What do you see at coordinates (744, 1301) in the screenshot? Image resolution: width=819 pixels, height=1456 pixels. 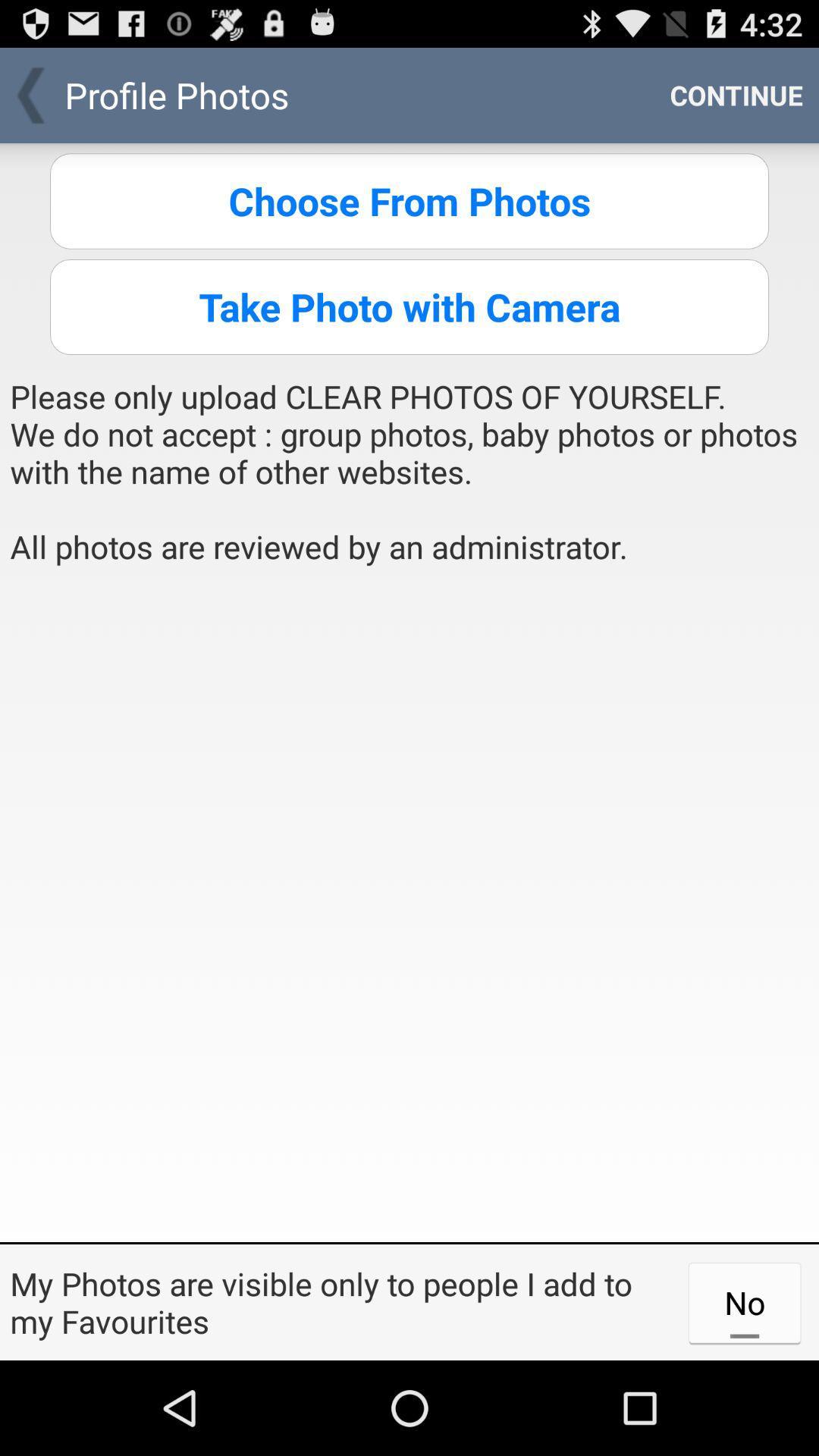 I see `item at the bottom right corner` at bounding box center [744, 1301].